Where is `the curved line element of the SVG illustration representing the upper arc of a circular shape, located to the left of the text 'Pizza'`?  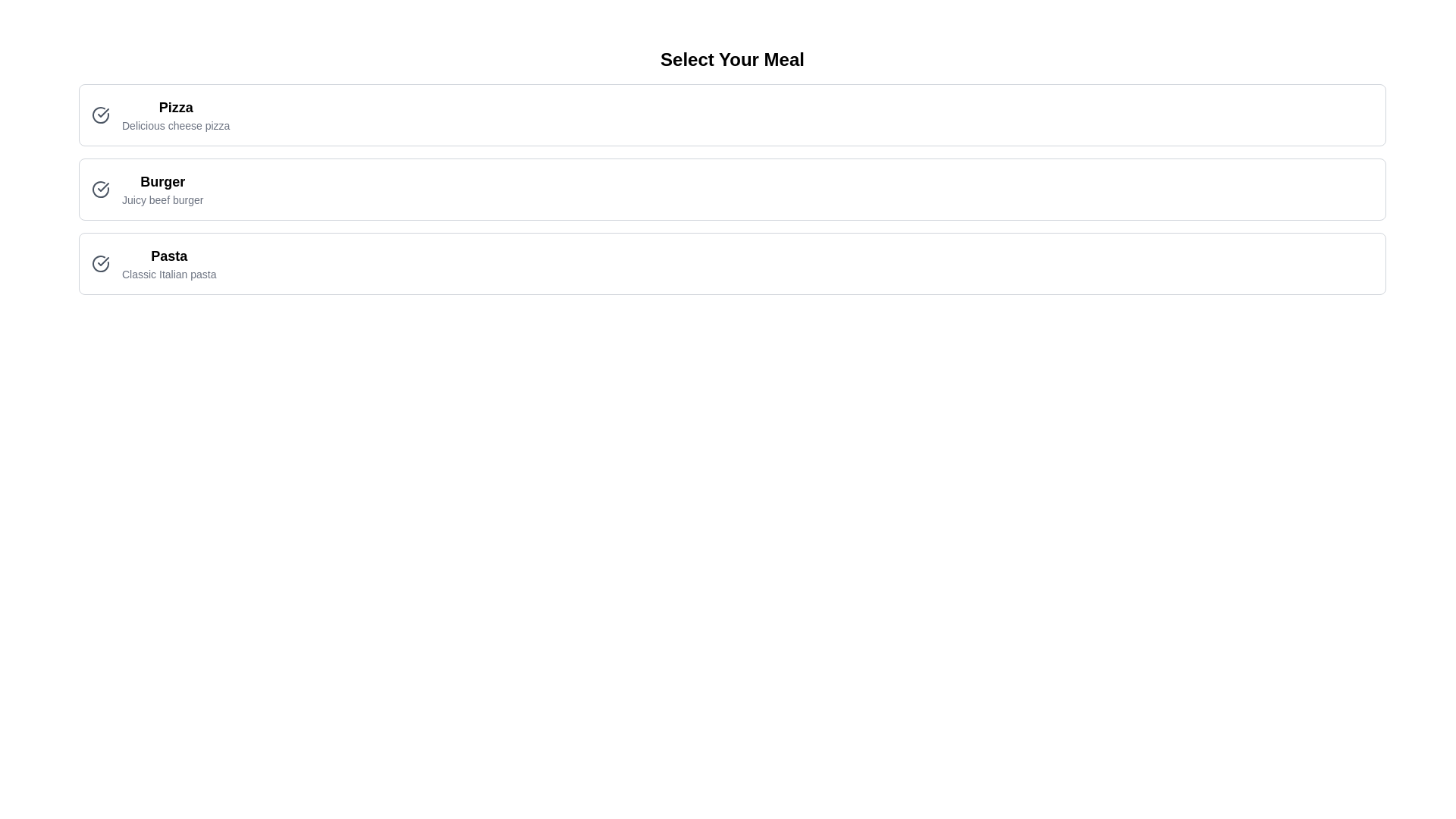
the curved line element of the SVG illustration representing the upper arc of a circular shape, located to the left of the text 'Pizza' is located at coordinates (100, 114).